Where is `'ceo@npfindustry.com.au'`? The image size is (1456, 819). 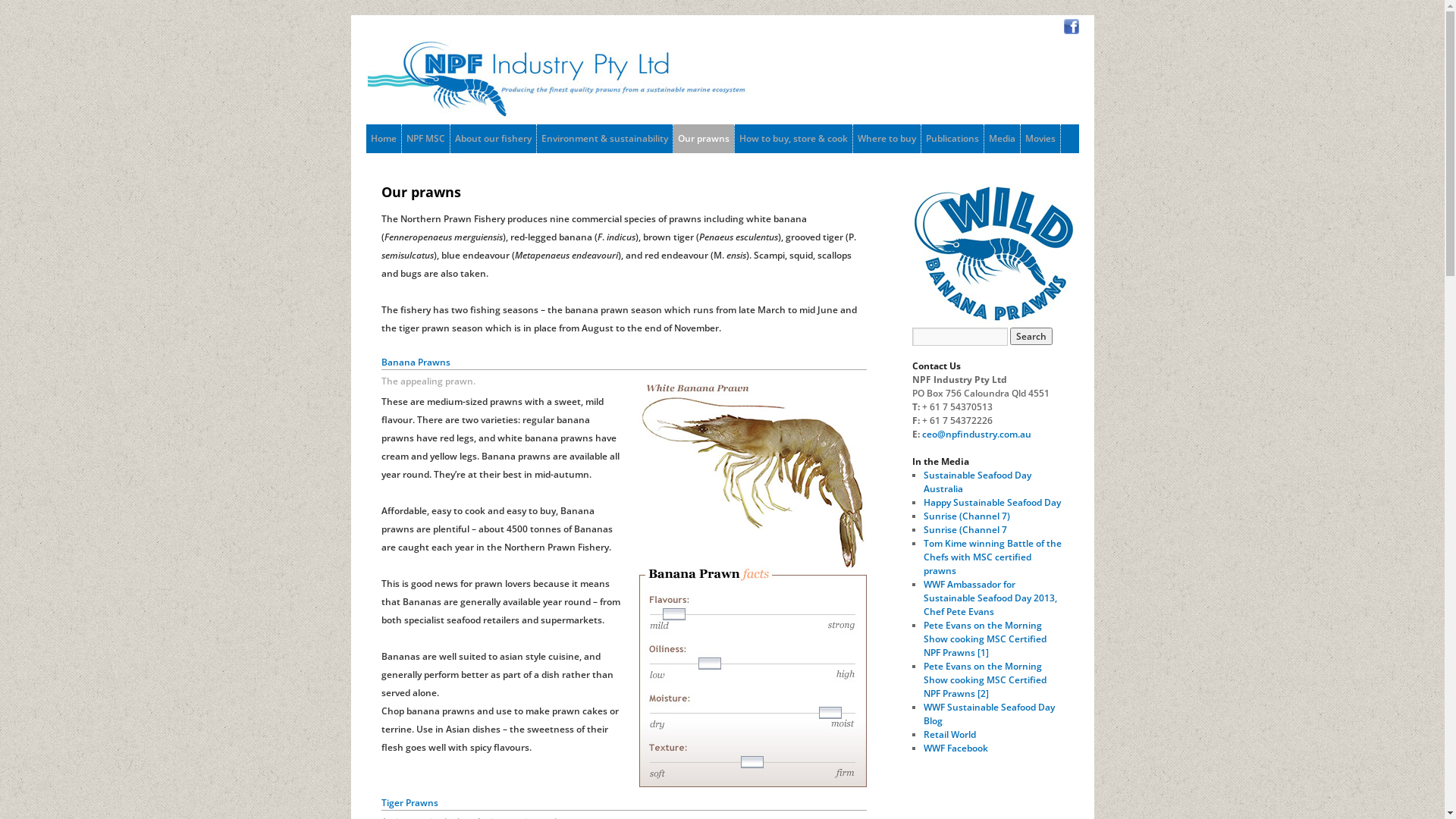 'ceo@npfindustry.com.au' is located at coordinates (921, 434).